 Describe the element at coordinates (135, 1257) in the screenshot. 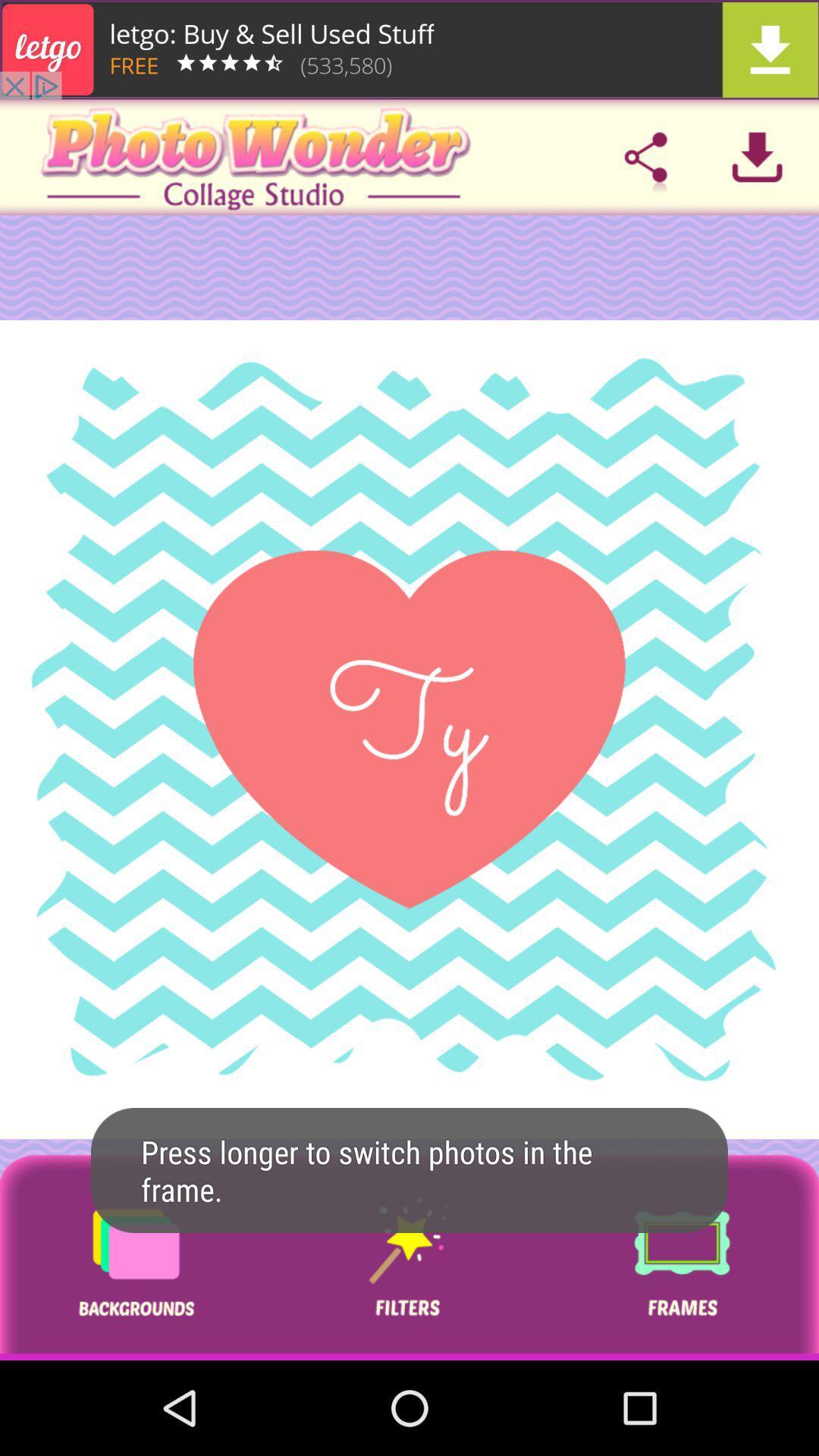

I see `background patterns` at that location.